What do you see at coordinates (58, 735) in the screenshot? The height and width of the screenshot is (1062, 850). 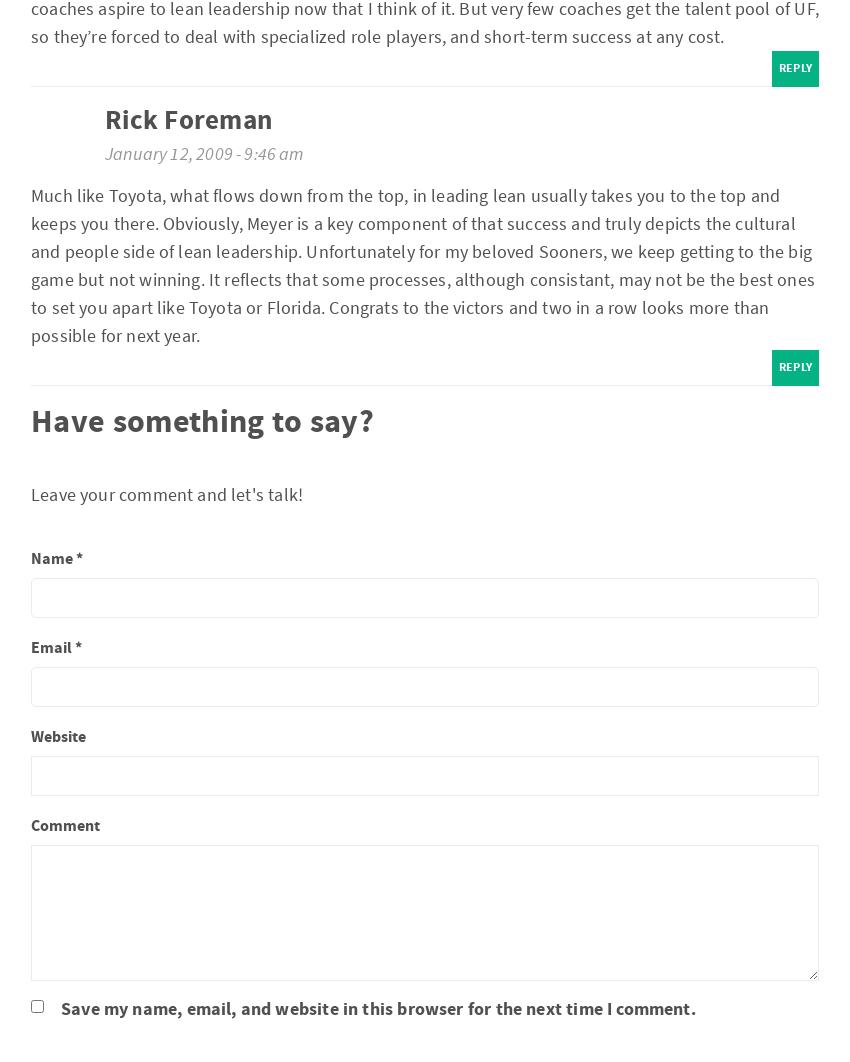 I see `'Website'` at bounding box center [58, 735].